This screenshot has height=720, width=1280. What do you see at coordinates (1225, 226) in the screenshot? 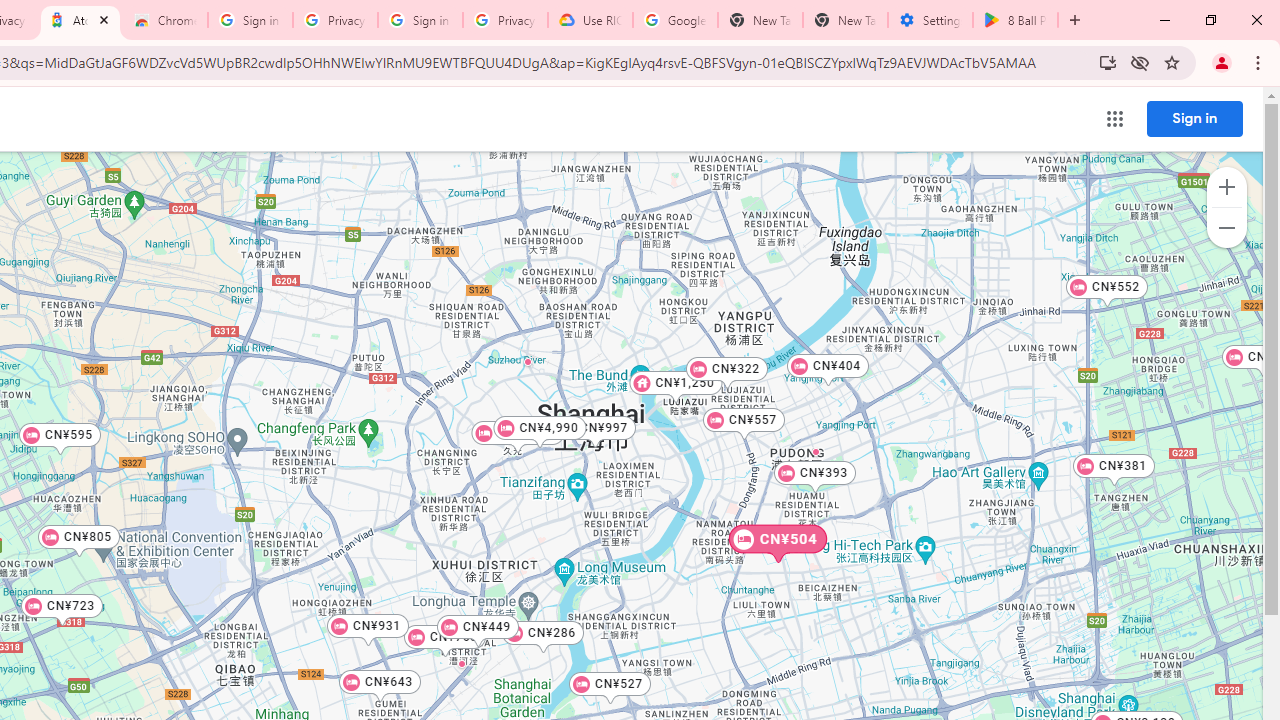
I see `'Zoom out map'` at bounding box center [1225, 226].